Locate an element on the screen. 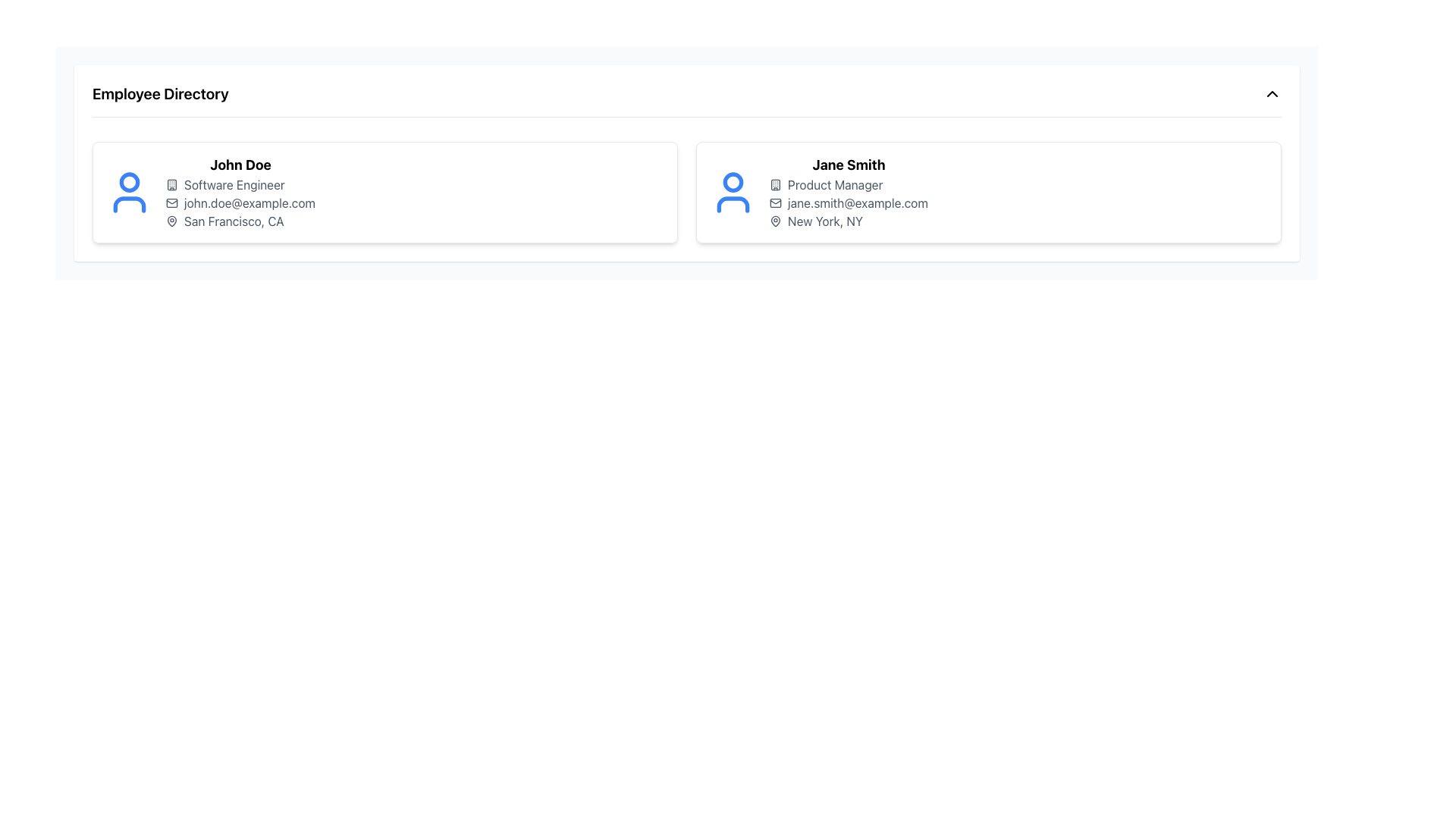  the text label displaying the job title 'Product Manager' for the user 'Jane Smith' in the employee directory is located at coordinates (848, 184).